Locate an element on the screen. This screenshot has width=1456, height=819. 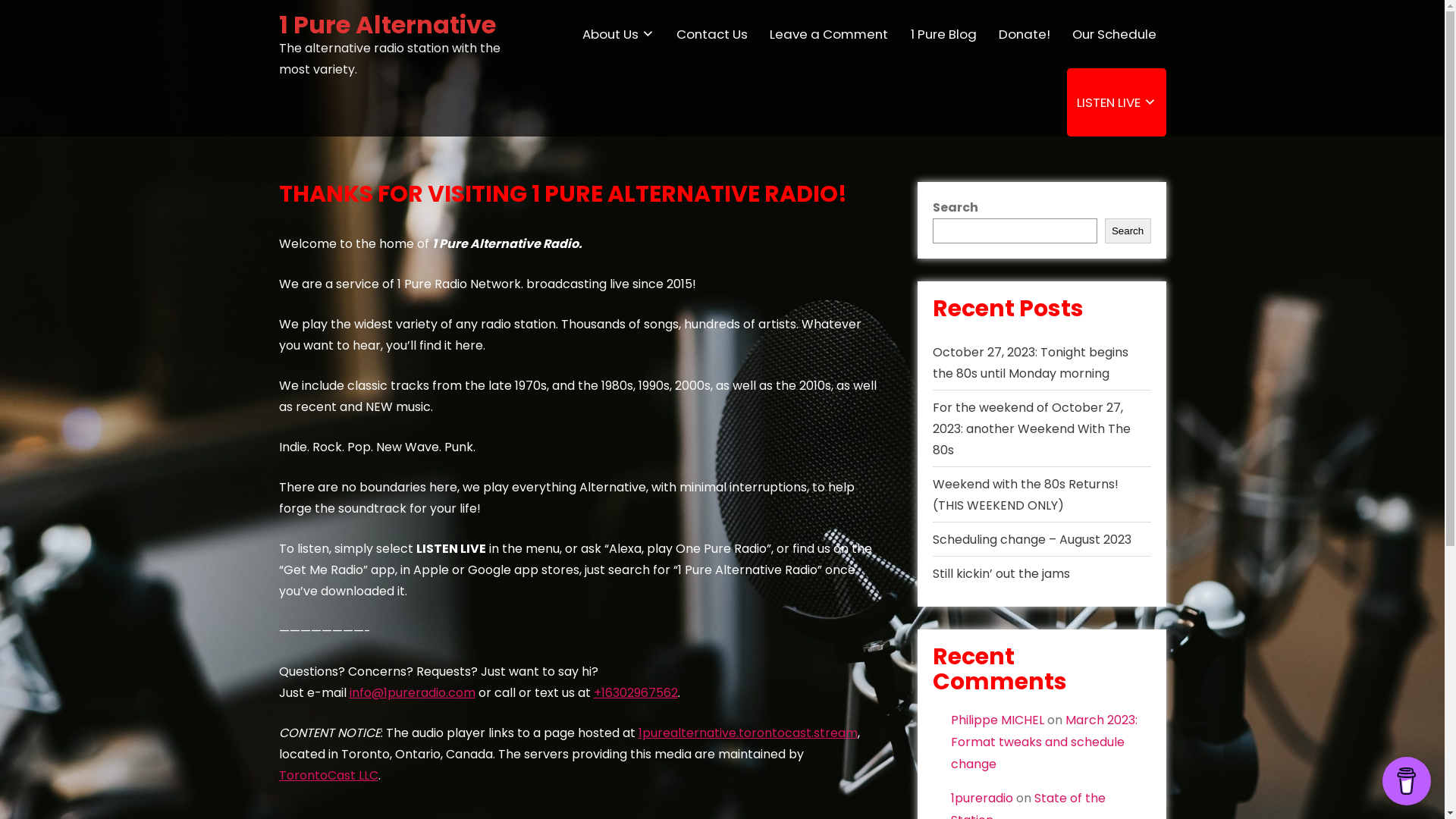
'Contact Us' is located at coordinates (711, 34).